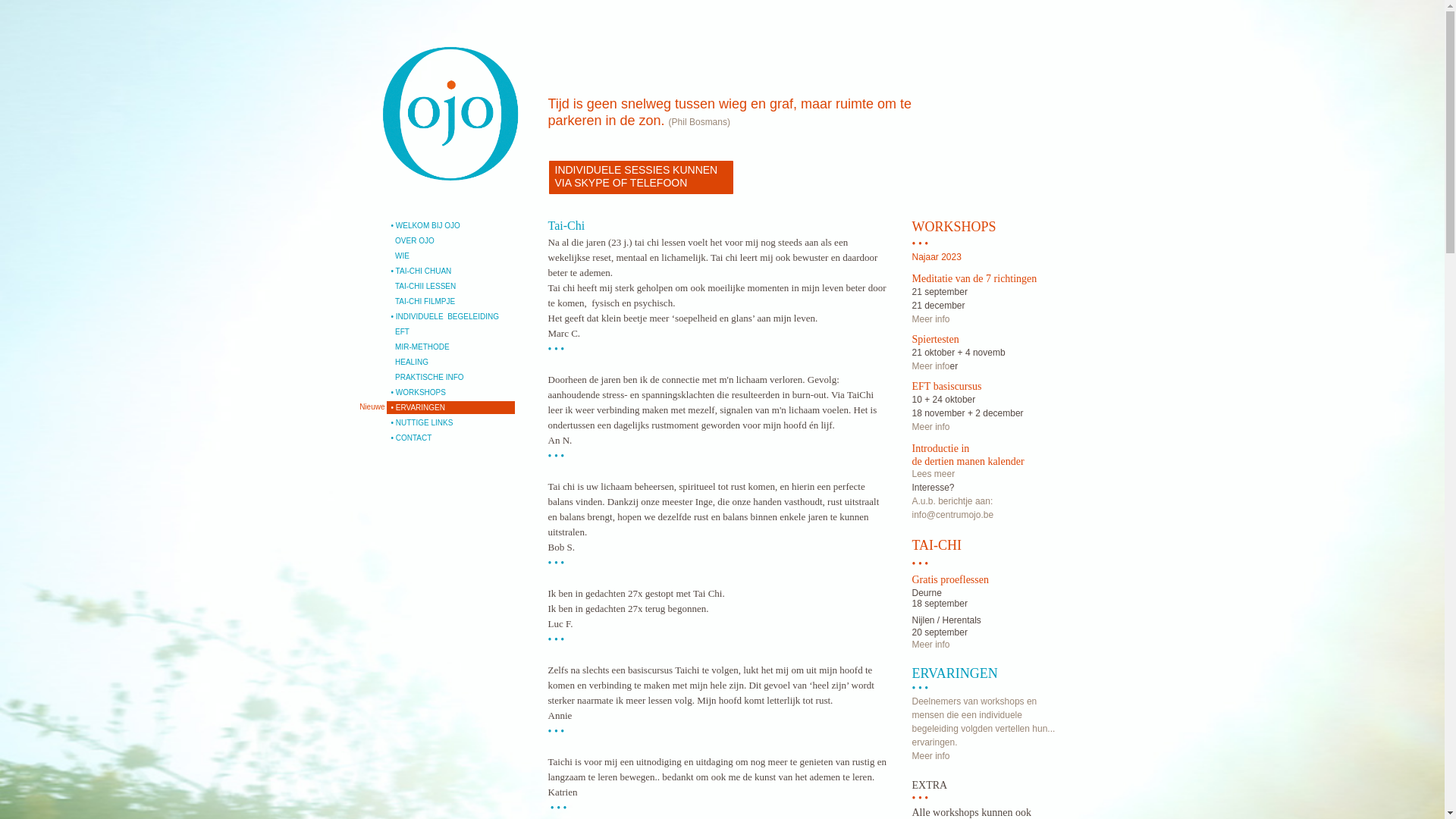  I want to click on 'INDIVIDUELE SESSIES KUNNEN, so click(641, 177).